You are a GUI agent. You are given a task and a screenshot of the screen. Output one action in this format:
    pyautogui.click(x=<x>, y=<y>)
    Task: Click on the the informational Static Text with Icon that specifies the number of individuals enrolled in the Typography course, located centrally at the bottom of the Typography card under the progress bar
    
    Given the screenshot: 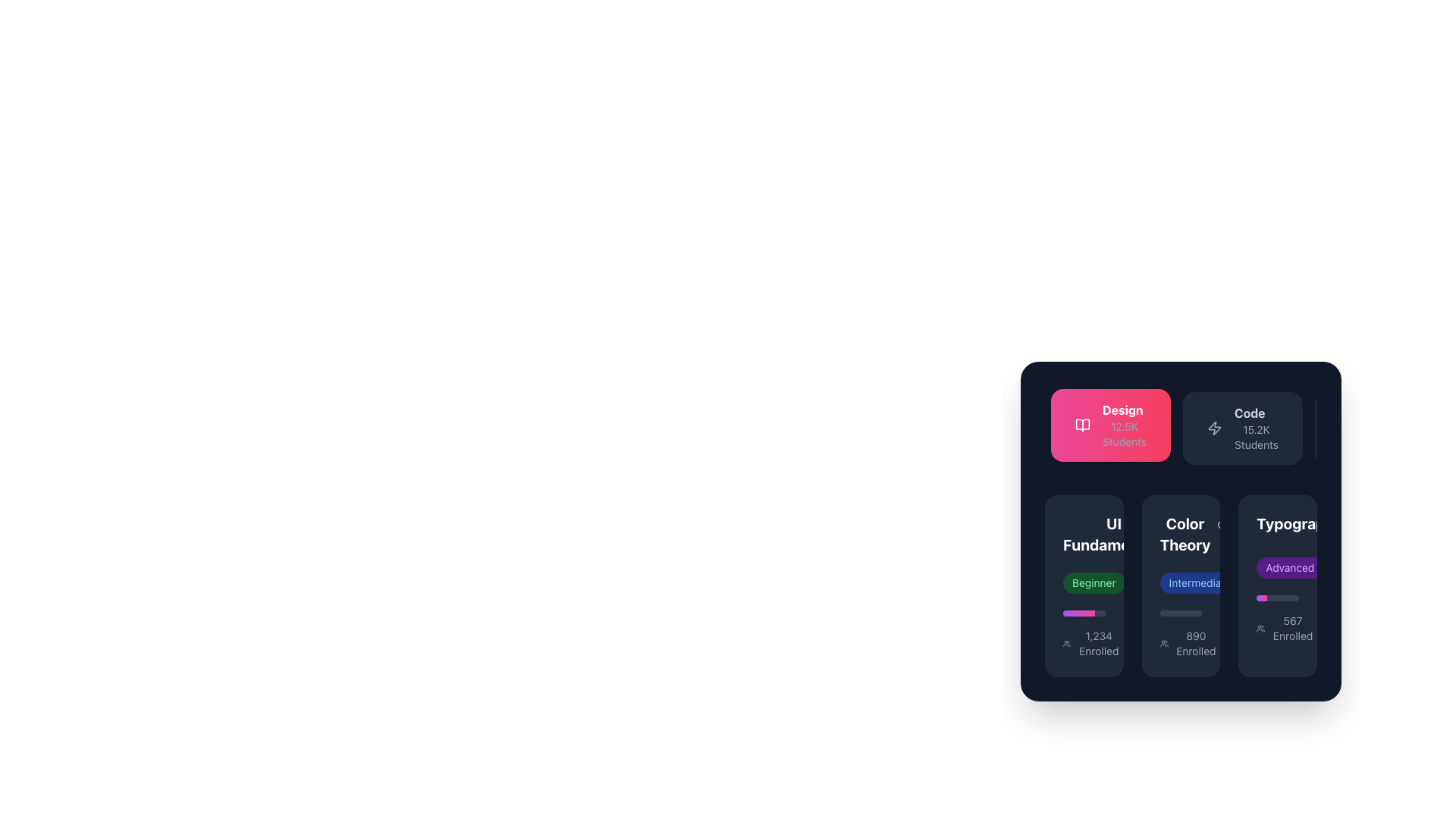 What is the action you would take?
    pyautogui.click(x=1285, y=629)
    